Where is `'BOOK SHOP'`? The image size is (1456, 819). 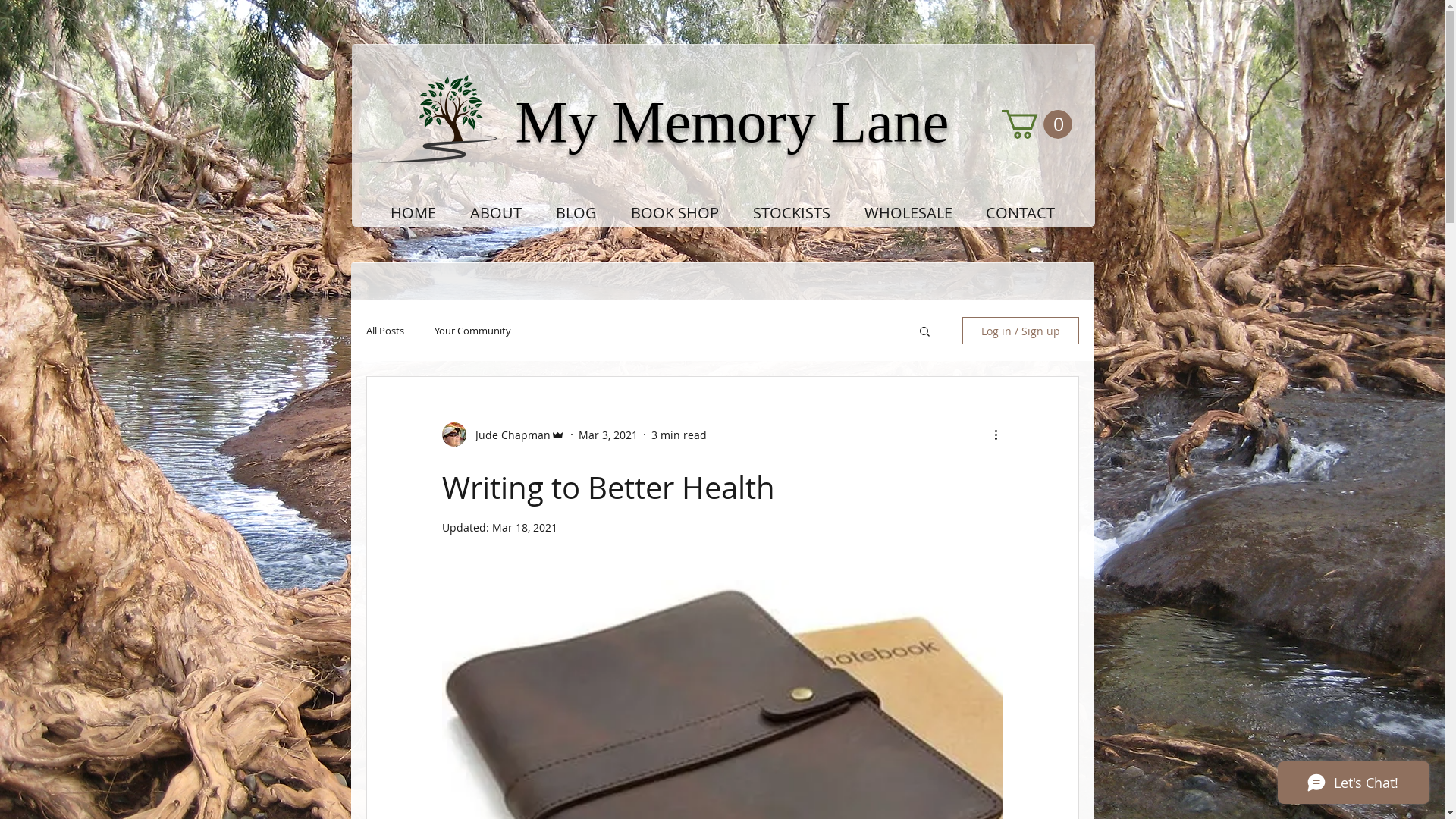 'BOOK SHOP' is located at coordinates (674, 213).